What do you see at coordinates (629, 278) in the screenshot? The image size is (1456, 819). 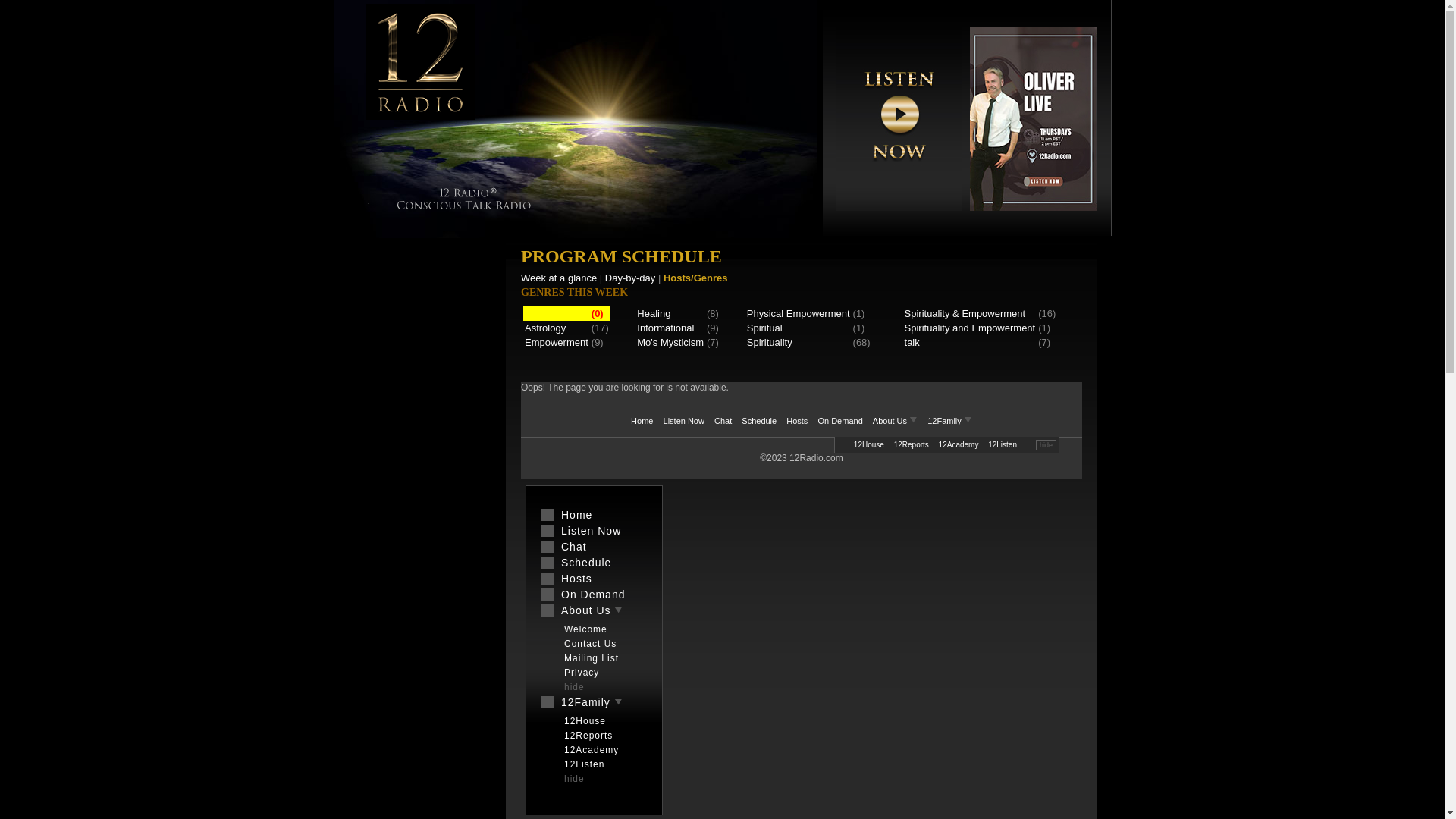 I see `'Day-by-day'` at bounding box center [629, 278].